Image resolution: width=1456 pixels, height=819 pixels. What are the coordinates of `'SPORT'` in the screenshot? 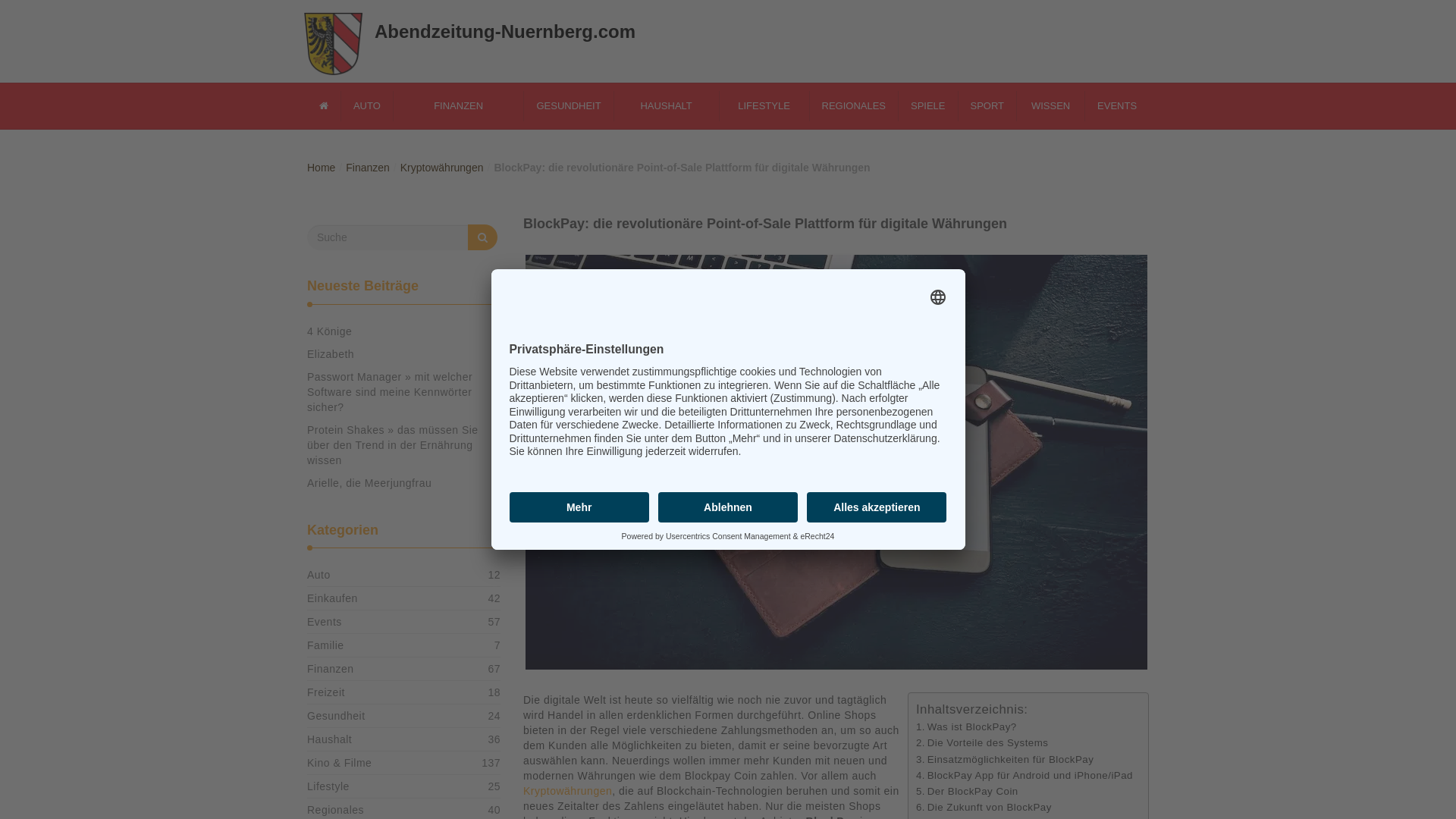 It's located at (981, 105).